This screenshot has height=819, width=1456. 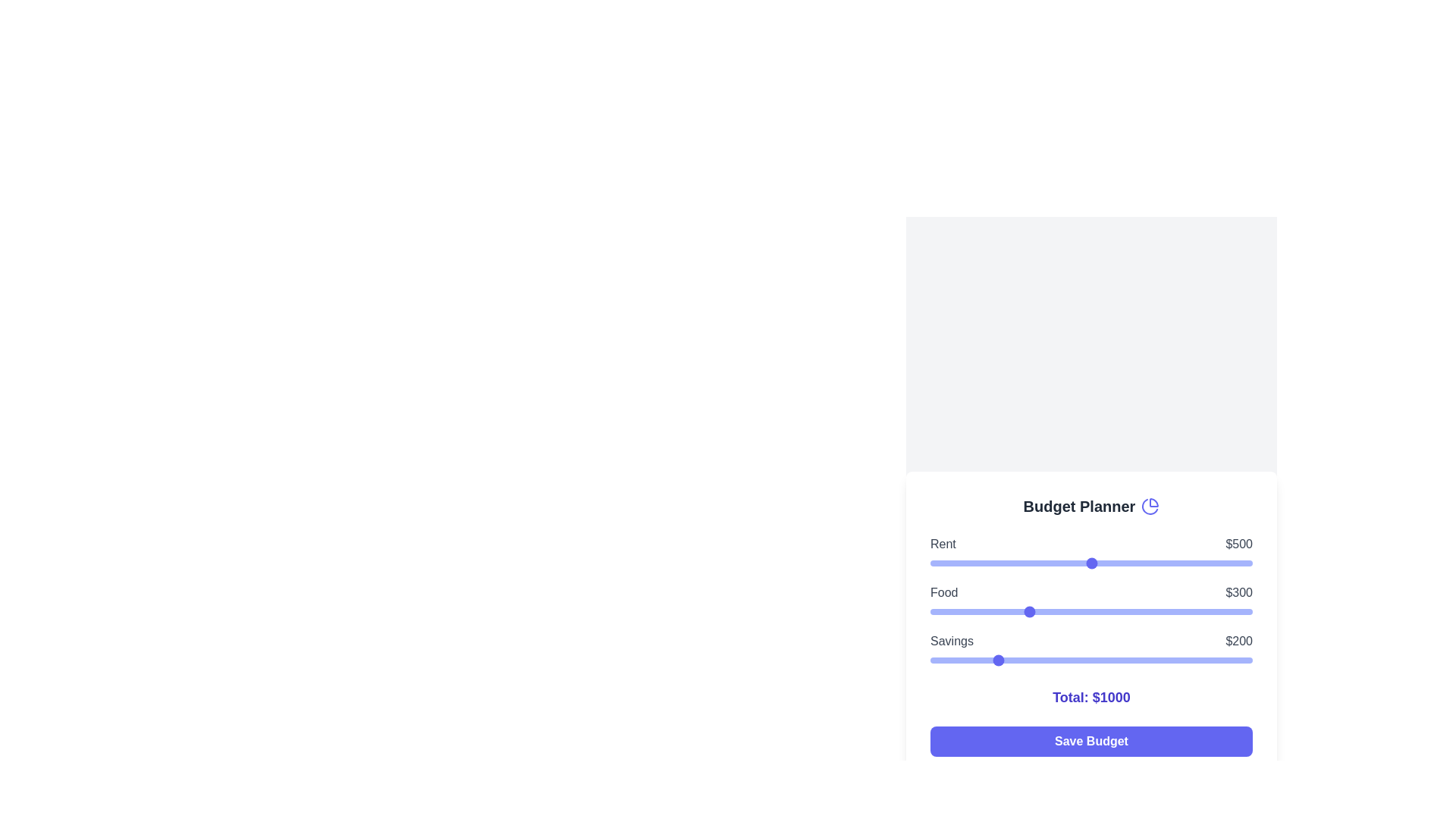 I want to click on the rent budget slider to 812, so click(x=1191, y=563).